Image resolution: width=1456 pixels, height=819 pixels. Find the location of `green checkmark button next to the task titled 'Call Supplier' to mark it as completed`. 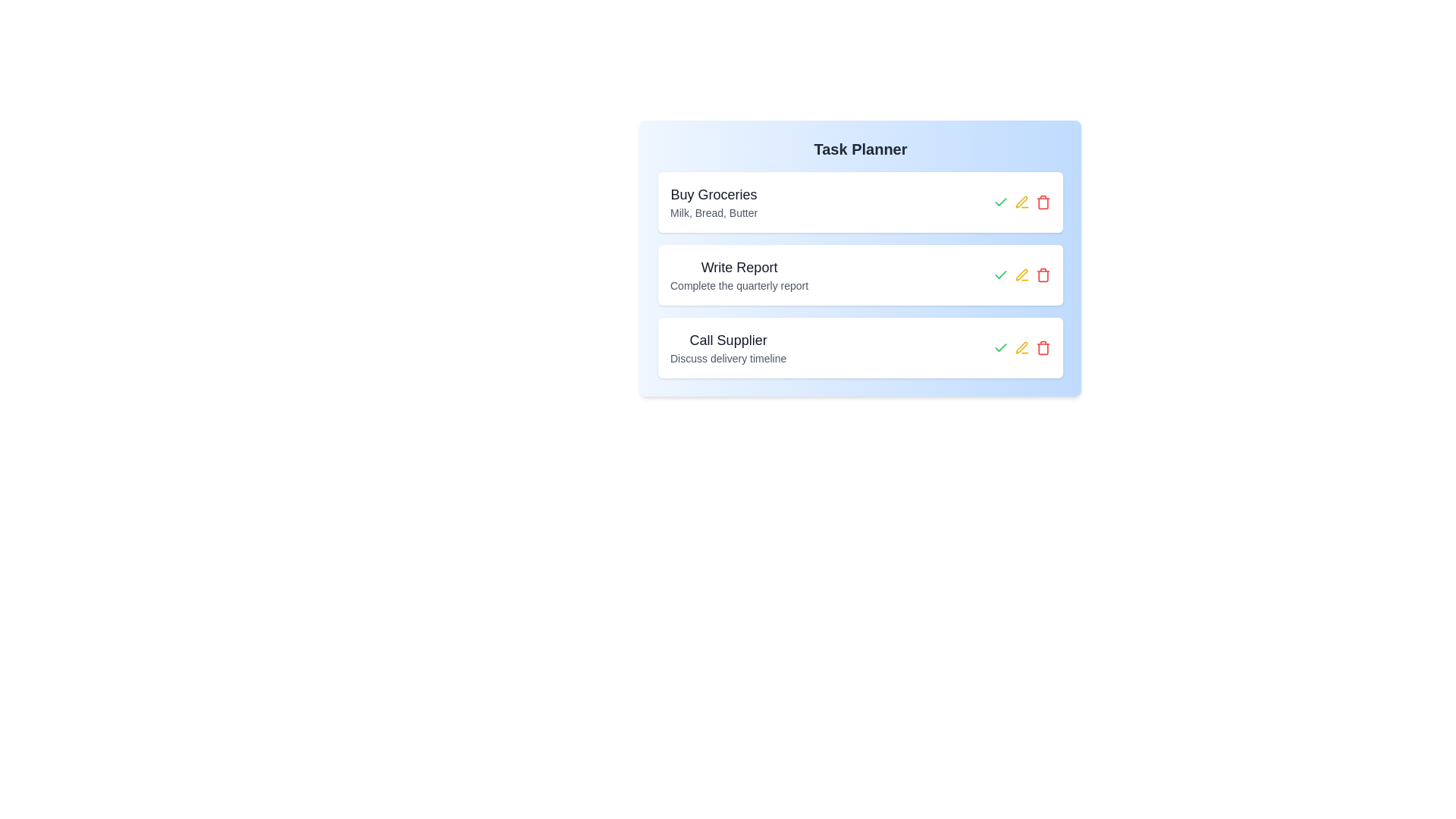

green checkmark button next to the task titled 'Call Supplier' to mark it as completed is located at coordinates (1001, 348).